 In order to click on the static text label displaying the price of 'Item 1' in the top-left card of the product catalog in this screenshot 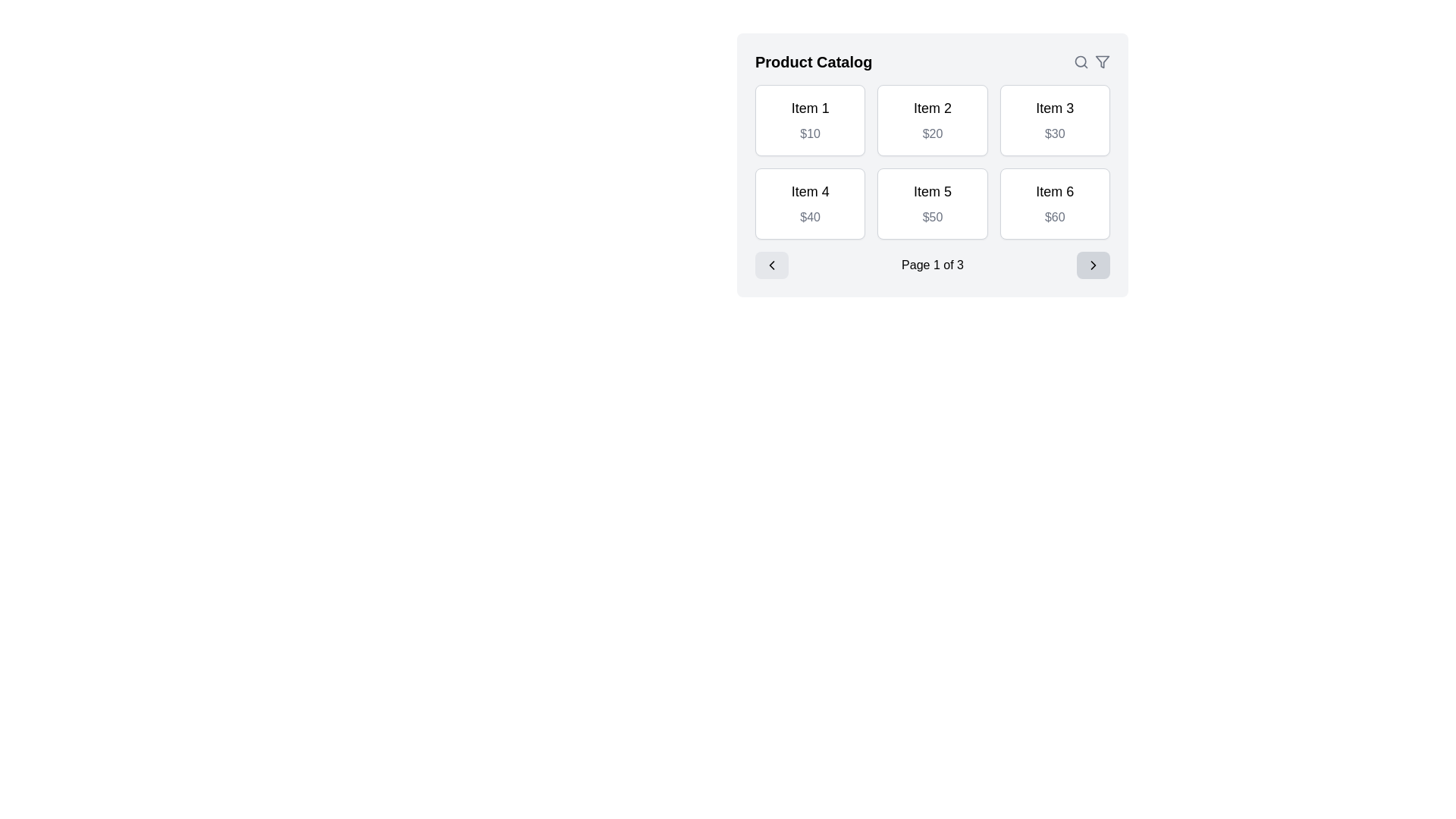, I will do `click(809, 133)`.